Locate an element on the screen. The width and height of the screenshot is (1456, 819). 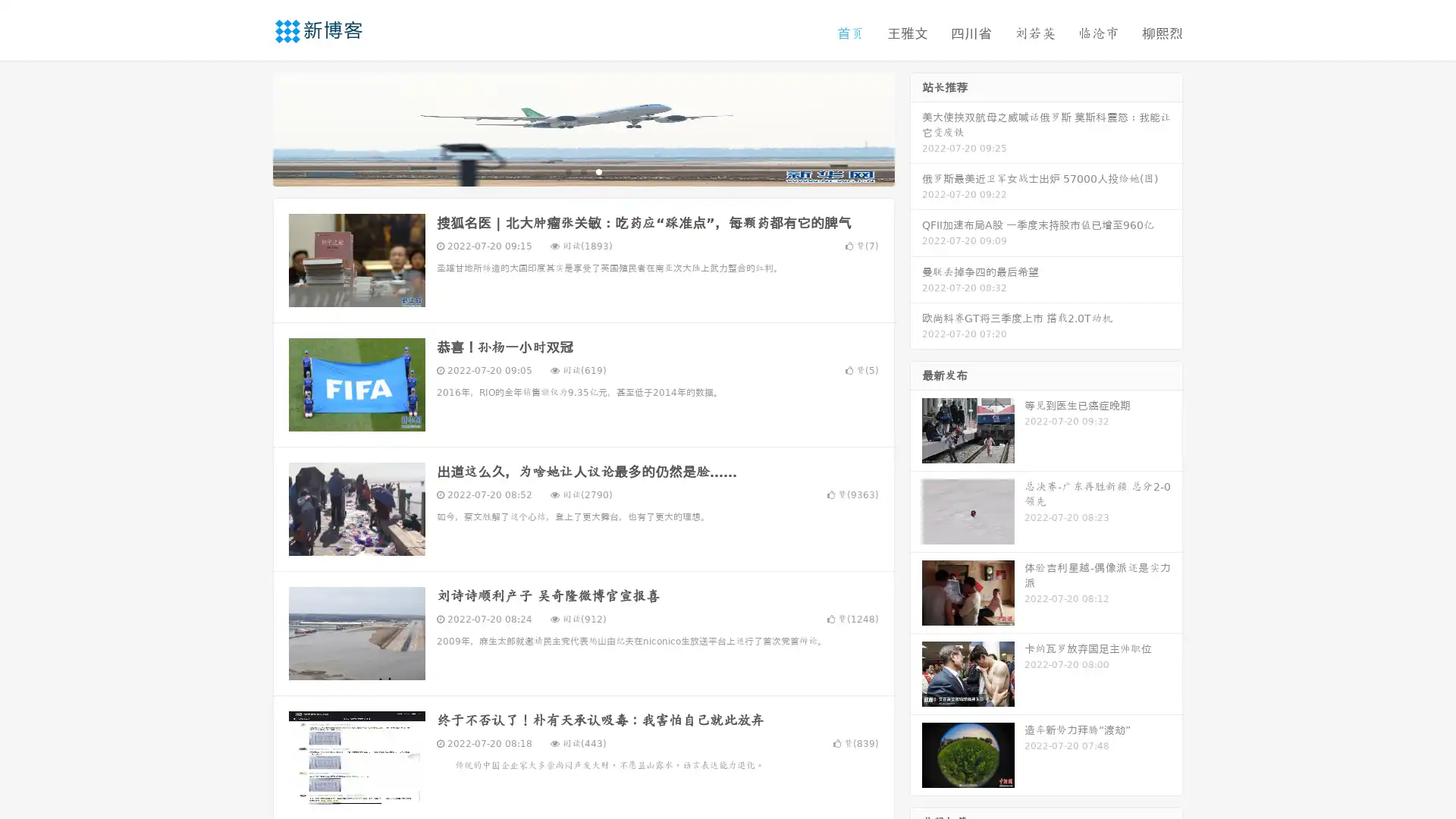
Go to slide 3 is located at coordinates (598, 171).